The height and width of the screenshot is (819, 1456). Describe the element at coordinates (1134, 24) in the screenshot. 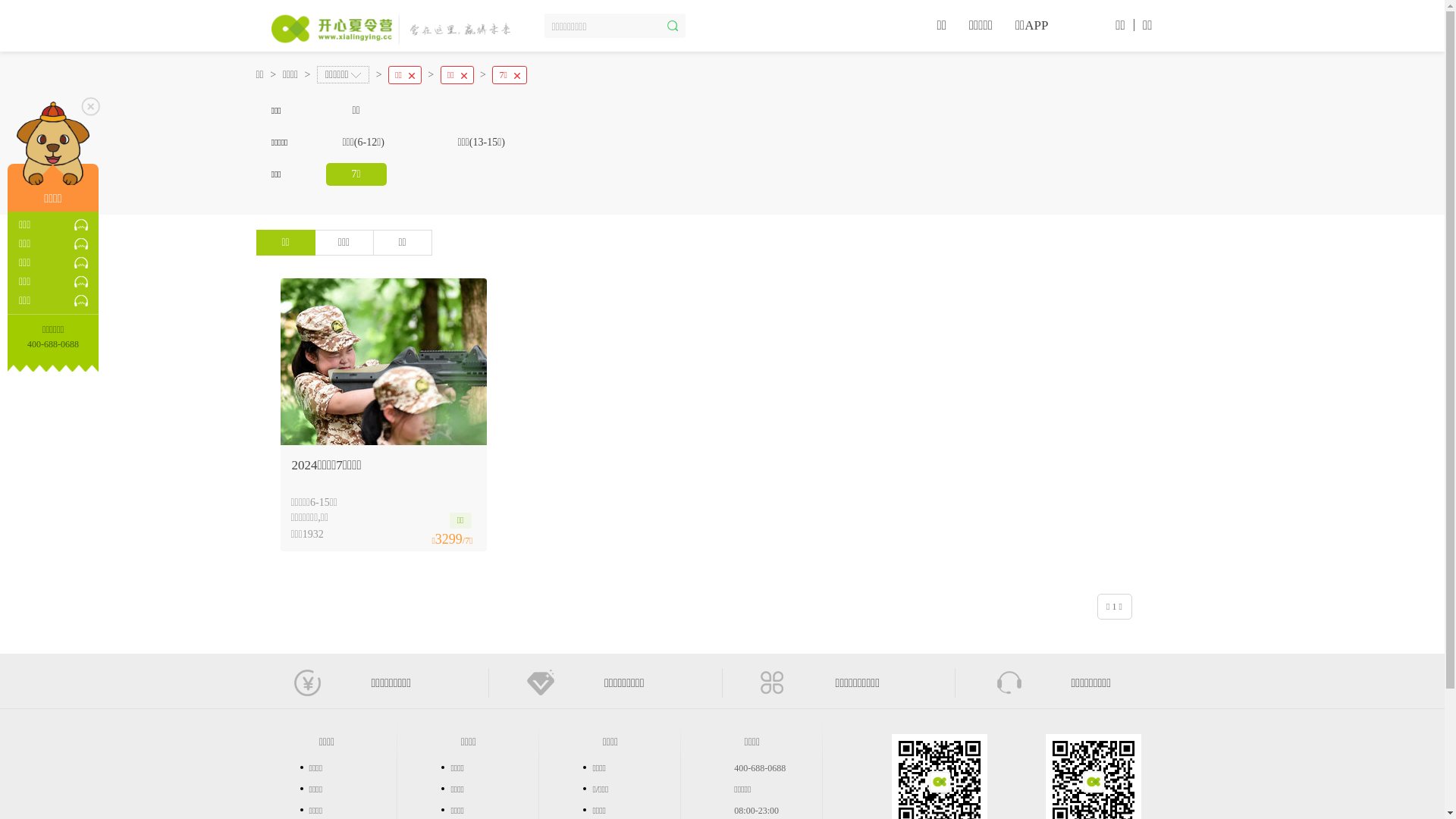

I see `'|'` at that location.